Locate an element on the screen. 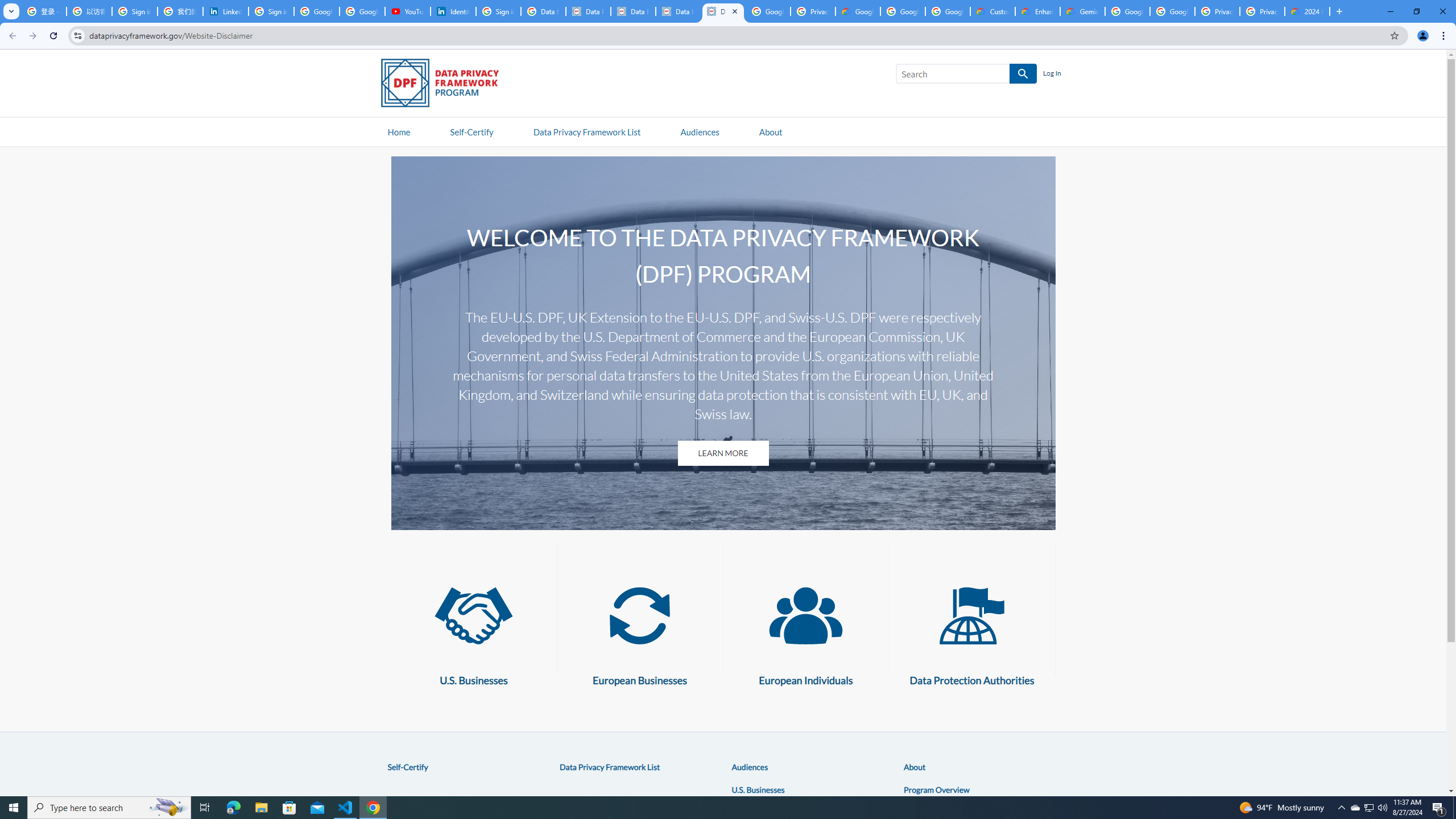 The height and width of the screenshot is (819, 1456). 'Log In' is located at coordinates (1051, 73).